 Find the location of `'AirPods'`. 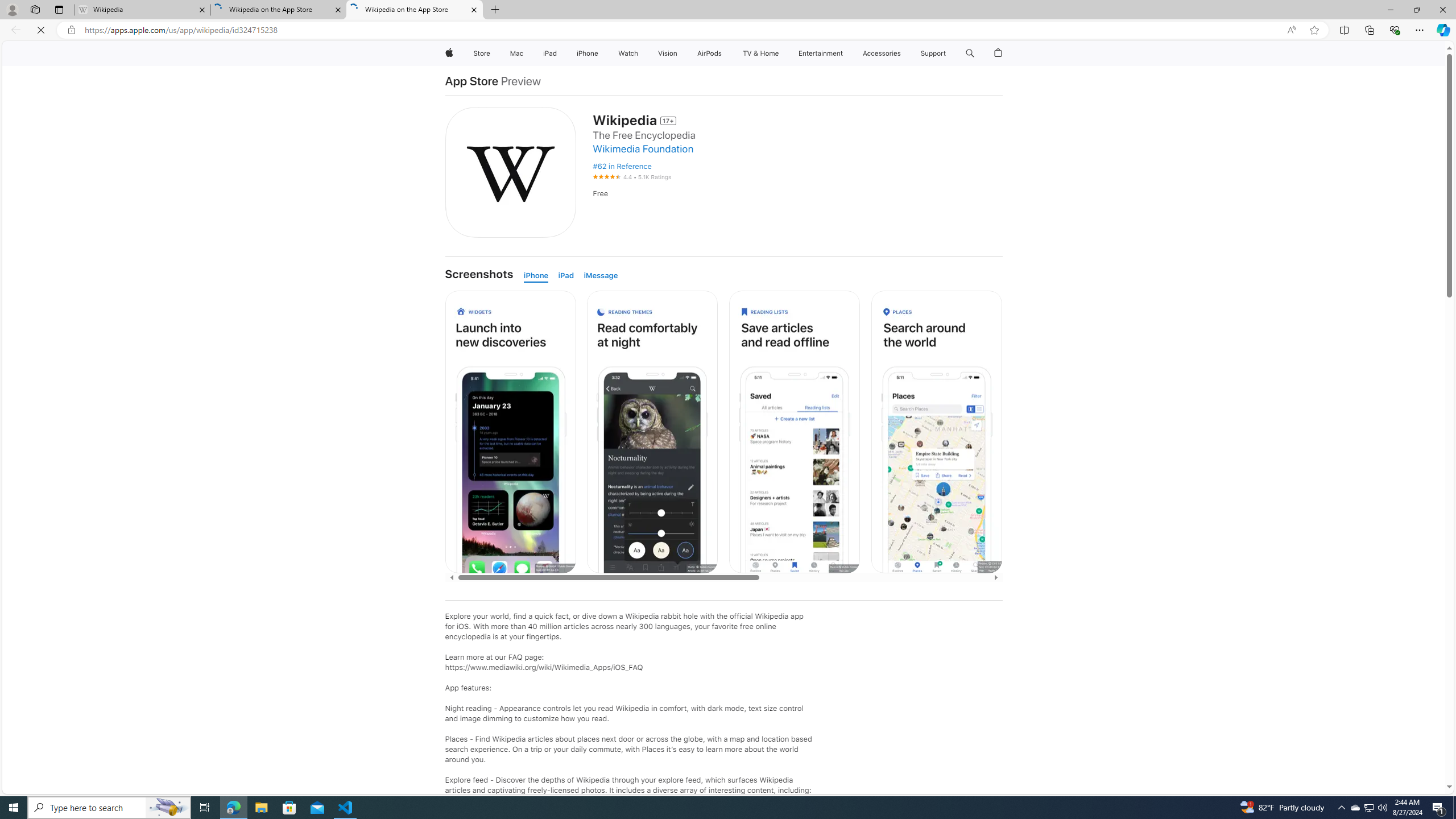

'AirPods' is located at coordinates (709, 53).